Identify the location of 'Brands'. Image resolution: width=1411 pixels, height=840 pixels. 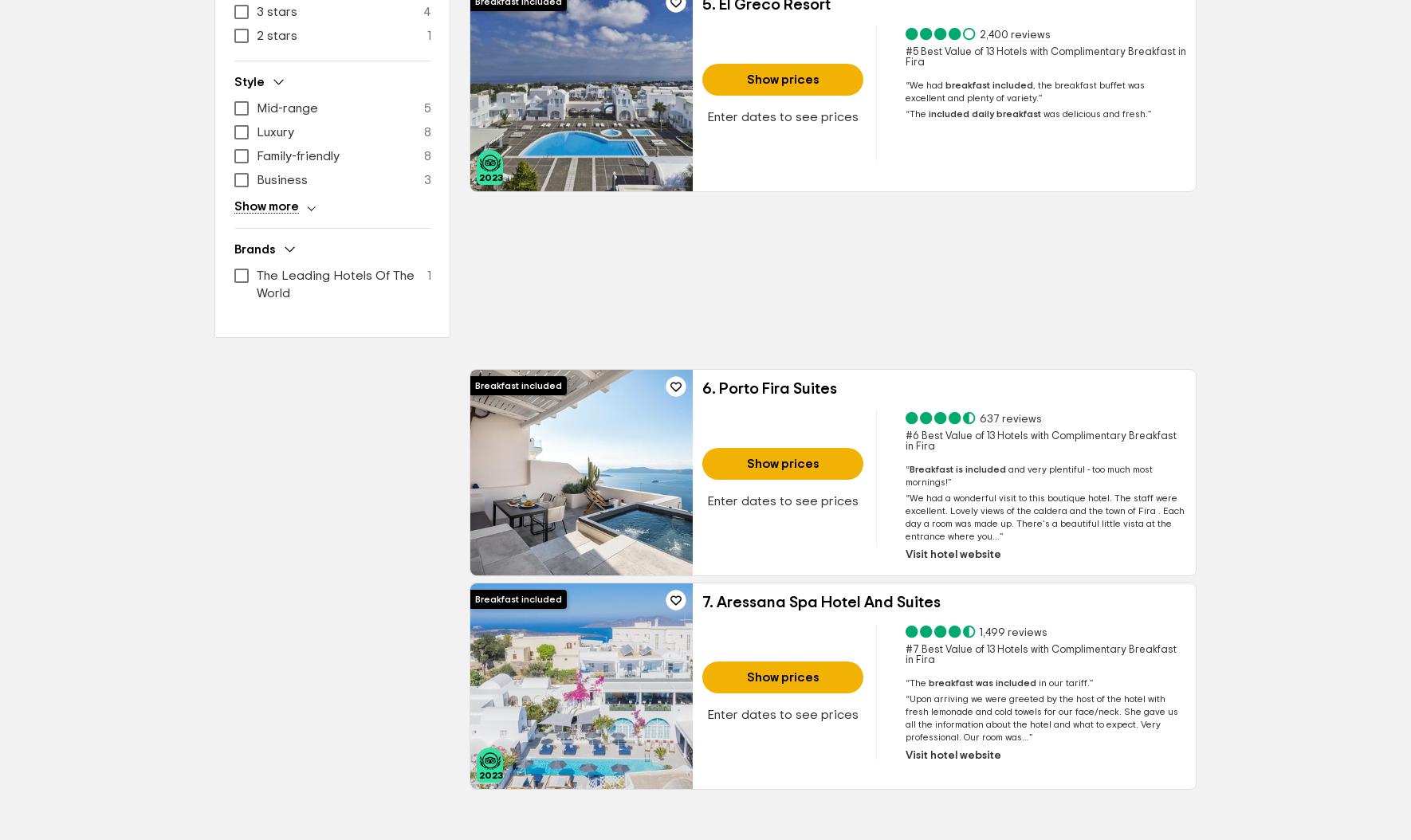
(254, 247).